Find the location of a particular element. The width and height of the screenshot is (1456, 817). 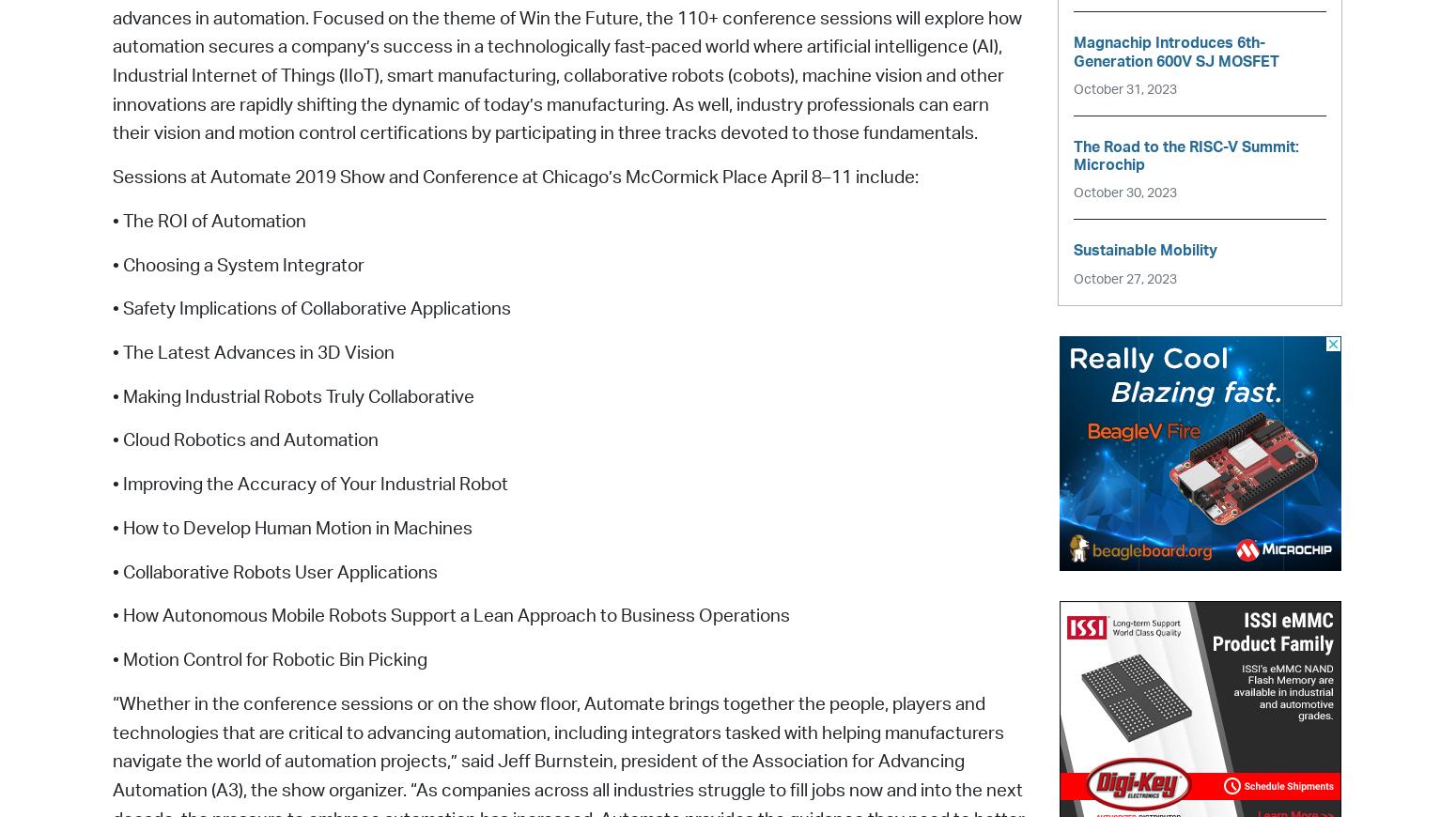

'• How to Develop Human Motion in Machines' is located at coordinates (291, 527).